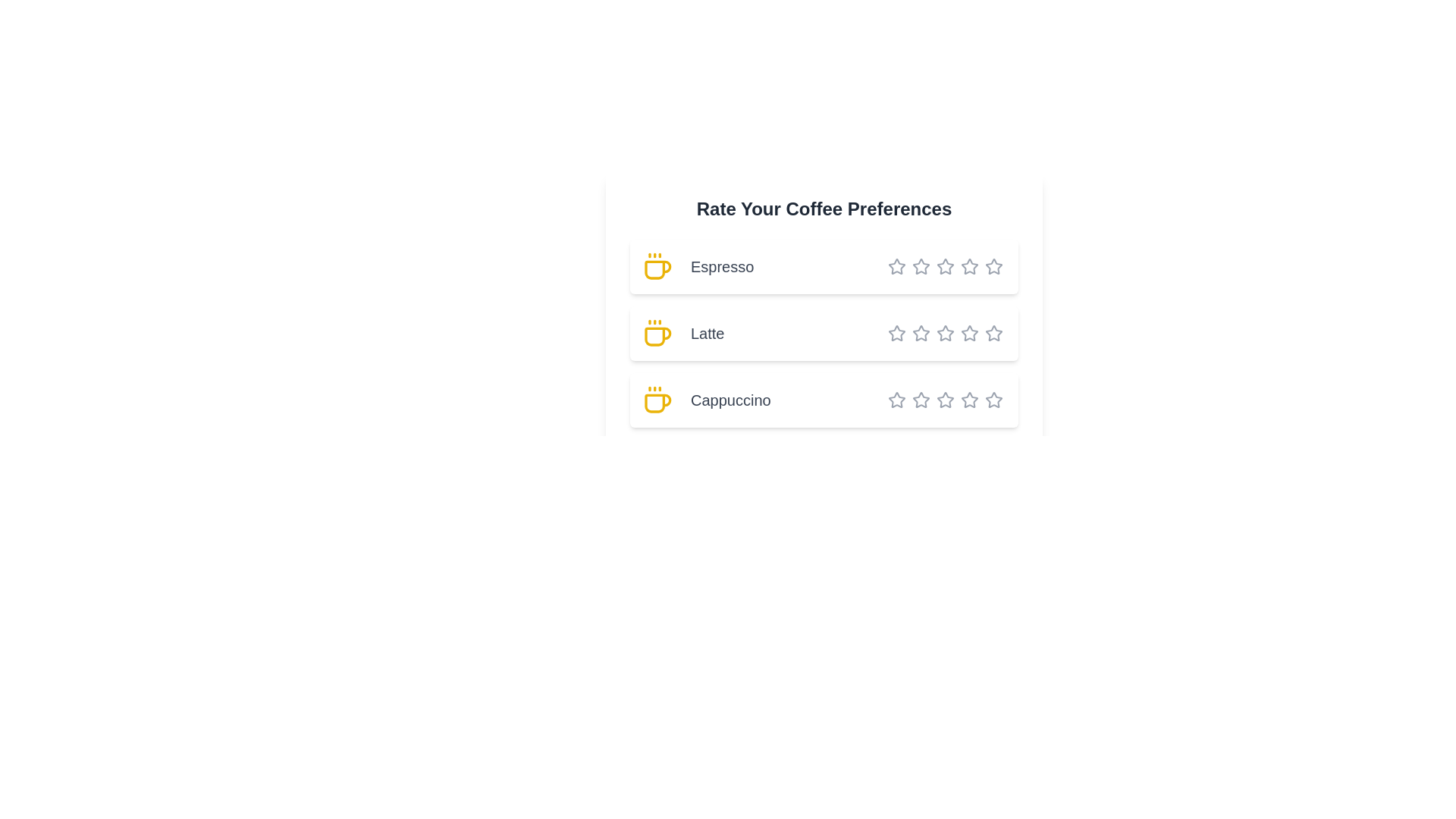 The image size is (1456, 819). What do you see at coordinates (912, 332) in the screenshot?
I see `the star corresponding to 2 stars for the coffee type Latte` at bounding box center [912, 332].